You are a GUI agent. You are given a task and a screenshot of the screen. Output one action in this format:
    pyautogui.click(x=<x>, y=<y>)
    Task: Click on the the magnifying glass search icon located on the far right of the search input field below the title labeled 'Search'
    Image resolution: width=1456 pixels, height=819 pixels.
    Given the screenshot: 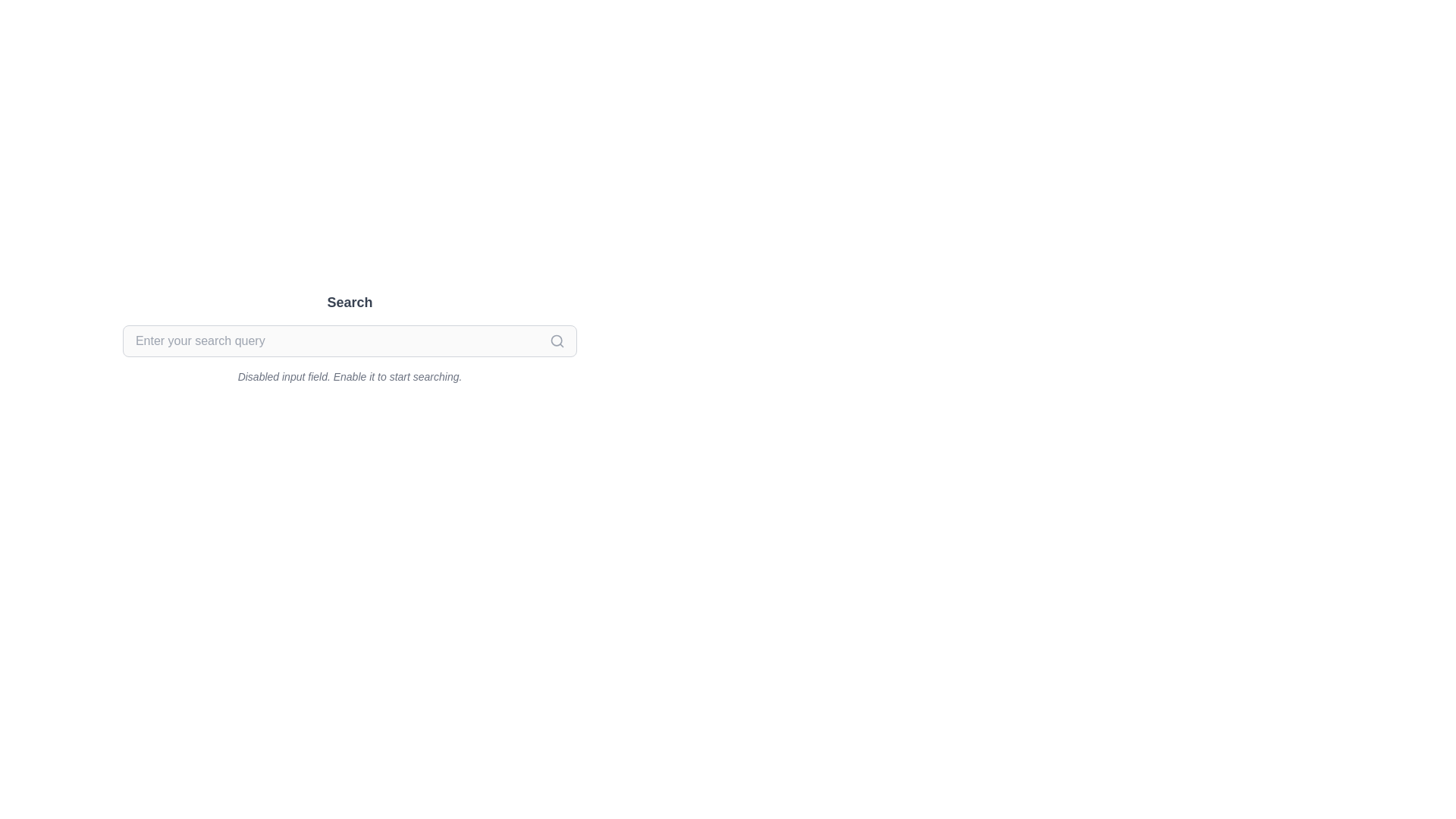 What is the action you would take?
    pyautogui.click(x=557, y=341)
    